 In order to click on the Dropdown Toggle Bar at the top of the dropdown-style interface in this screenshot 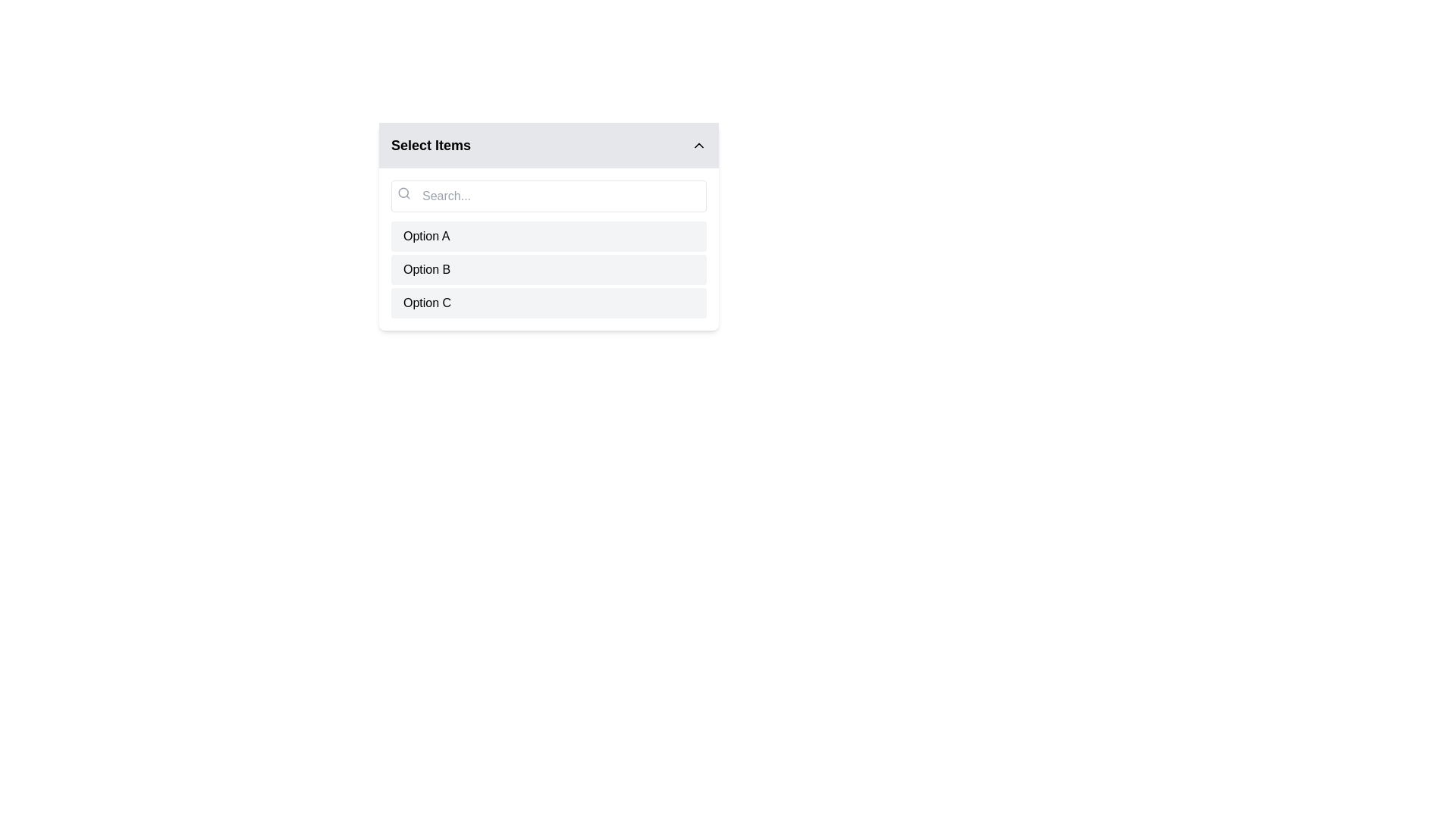, I will do `click(548, 146)`.